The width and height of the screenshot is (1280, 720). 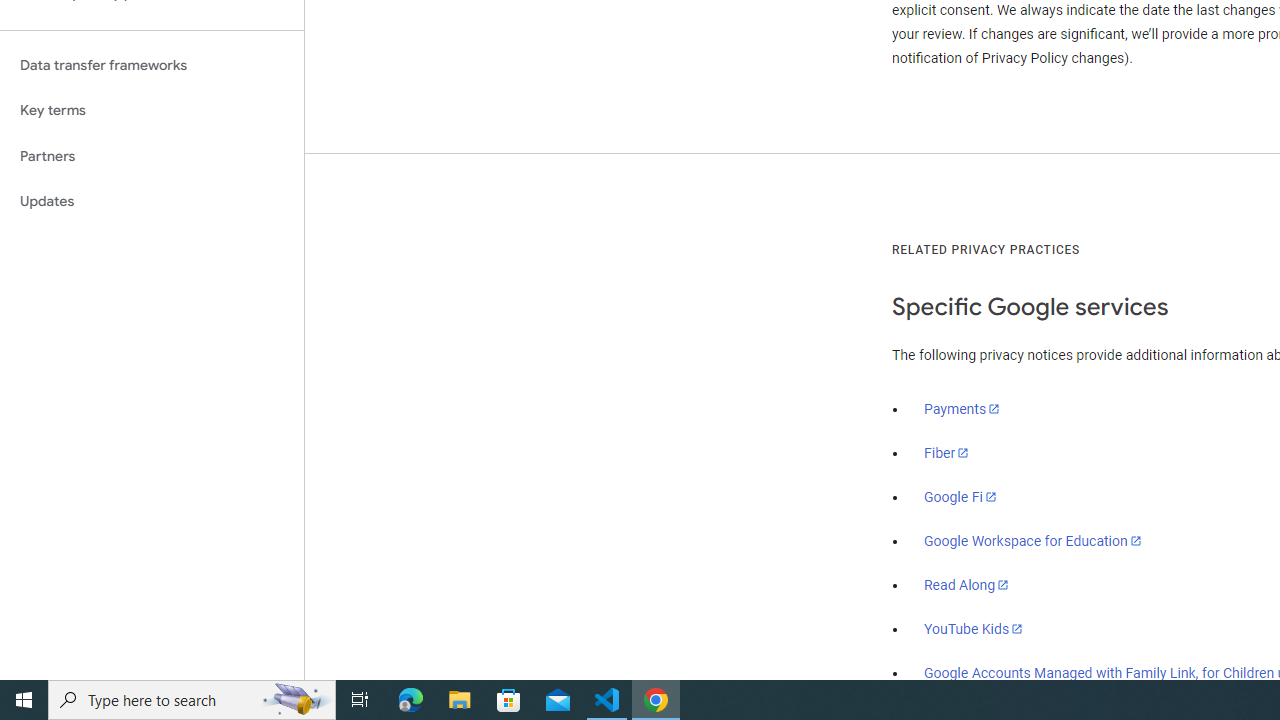 I want to click on 'Read Along', so click(x=967, y=585).